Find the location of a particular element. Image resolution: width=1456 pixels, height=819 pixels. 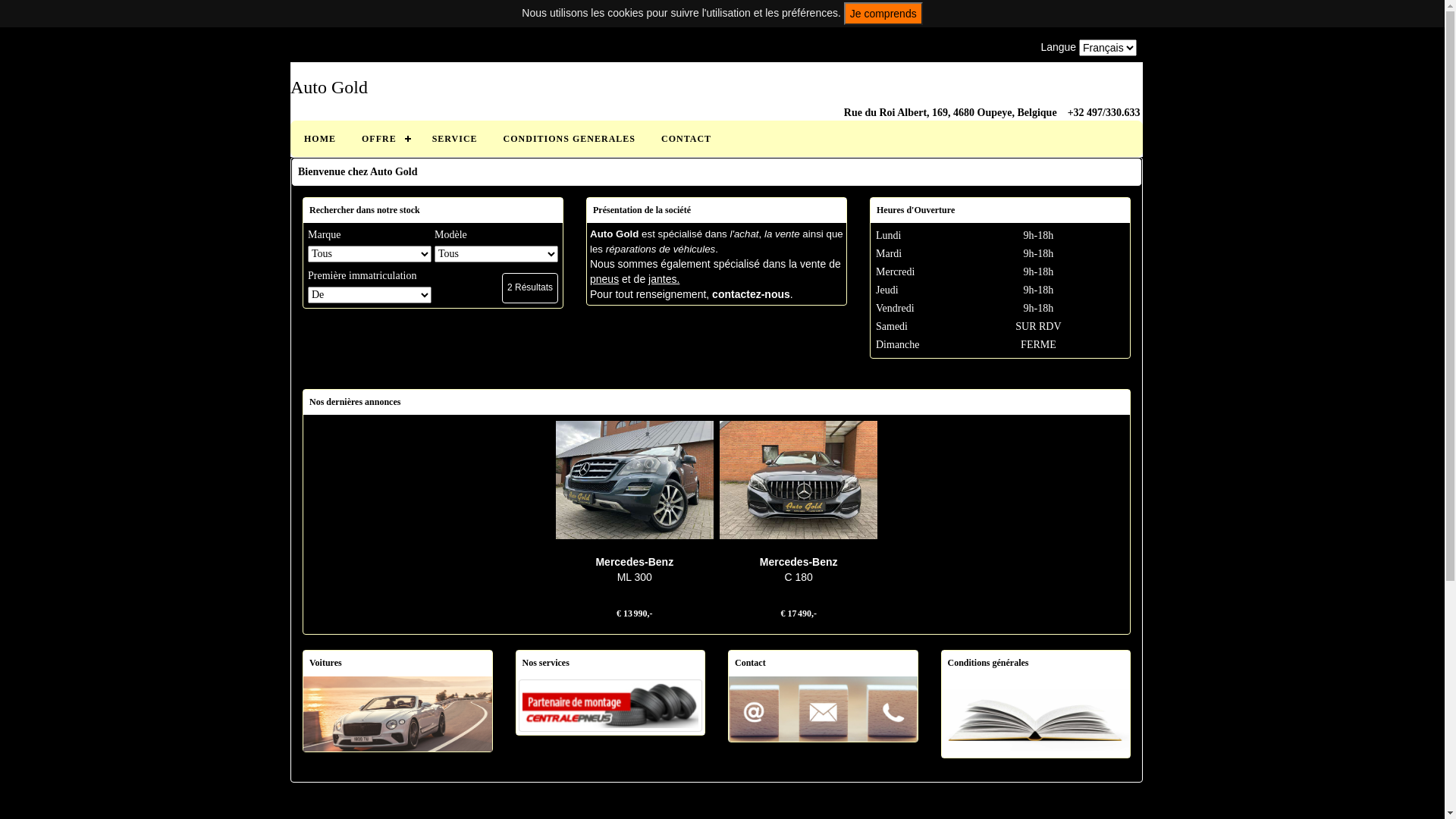

'Voitures is located at coordinates (397, 712).